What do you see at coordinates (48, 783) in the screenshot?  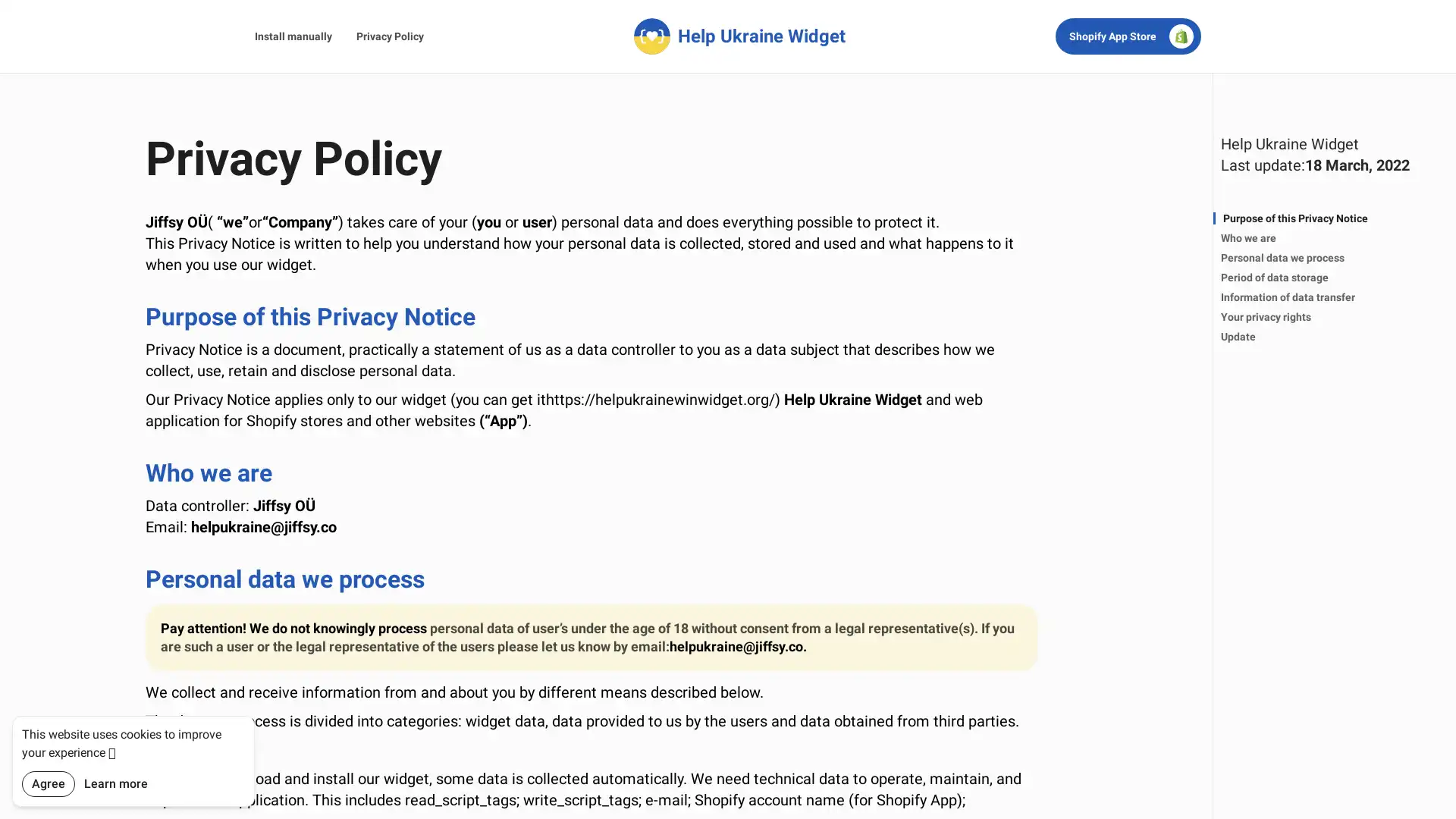 I see `Agree` at bounding box center [48, 783].